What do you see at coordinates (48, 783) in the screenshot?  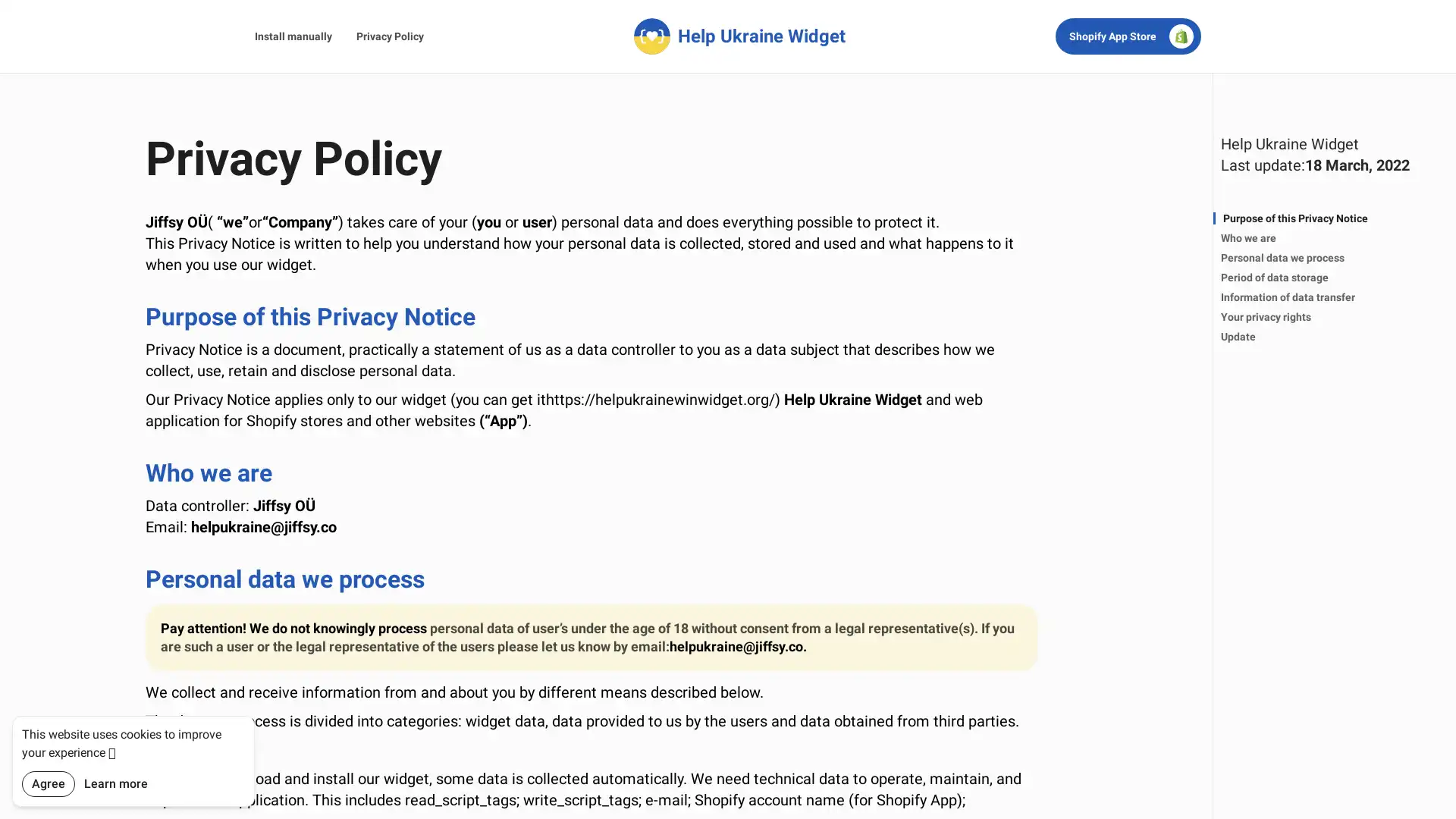 I see `Agree` at bounding box center [48, 783].